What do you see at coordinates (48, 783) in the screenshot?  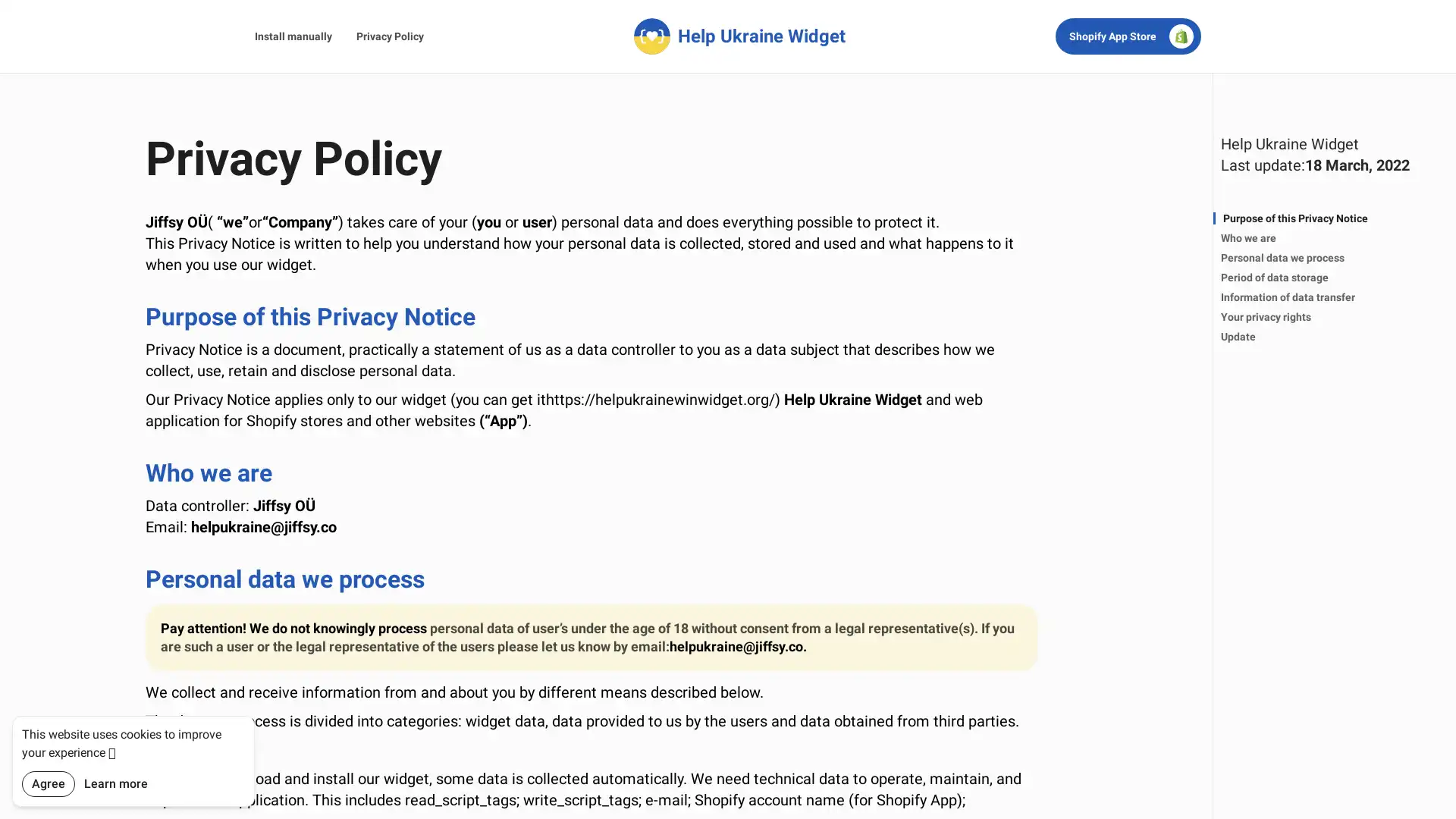 I see `Agree` at bounding box center [48, 783].